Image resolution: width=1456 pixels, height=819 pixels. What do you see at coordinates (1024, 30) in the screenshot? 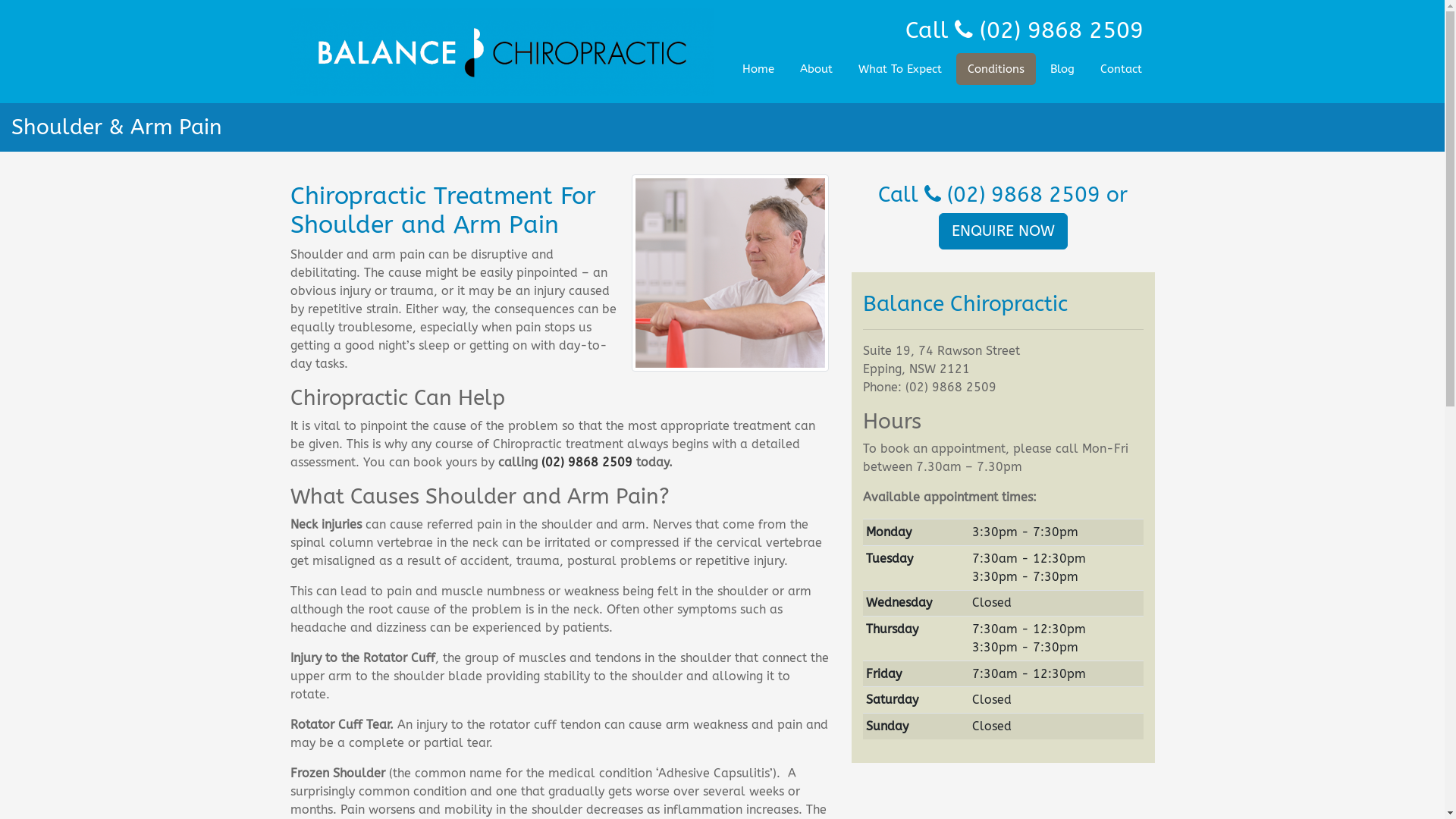
I see `'Call (02) 9868 2509'` at bounding box center [1024, 30].